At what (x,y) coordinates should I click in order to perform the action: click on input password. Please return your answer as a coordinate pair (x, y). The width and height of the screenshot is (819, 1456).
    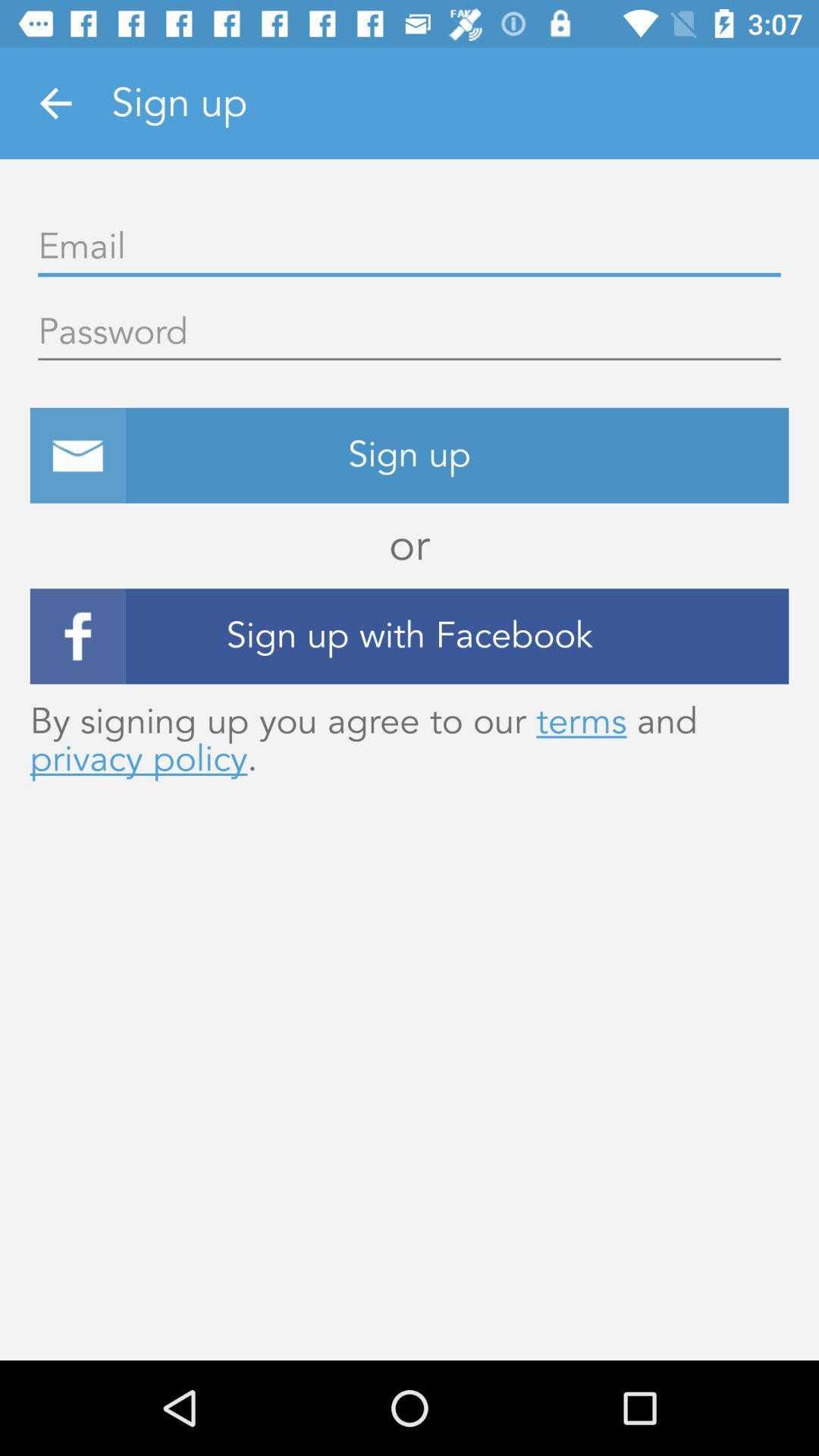
    Looking at the image, I should click on (409, 332).